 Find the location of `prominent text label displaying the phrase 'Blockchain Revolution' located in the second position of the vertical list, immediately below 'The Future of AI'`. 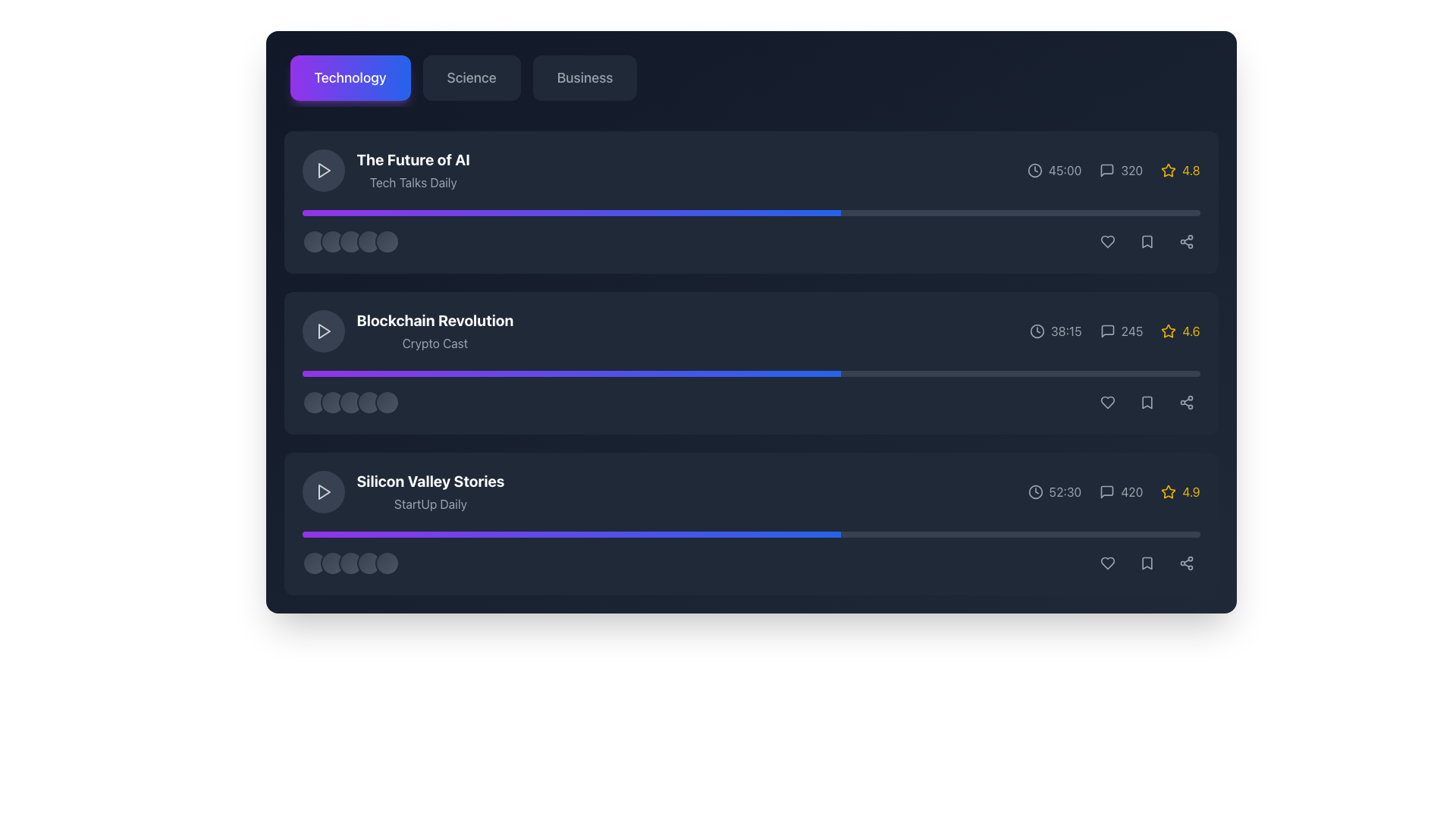

prominent text label displaying the phrase 'Blockchain Revolution' located in the second position of the vertical list, immediately below 'The Future of AI' is located at coordinates (434, 320).